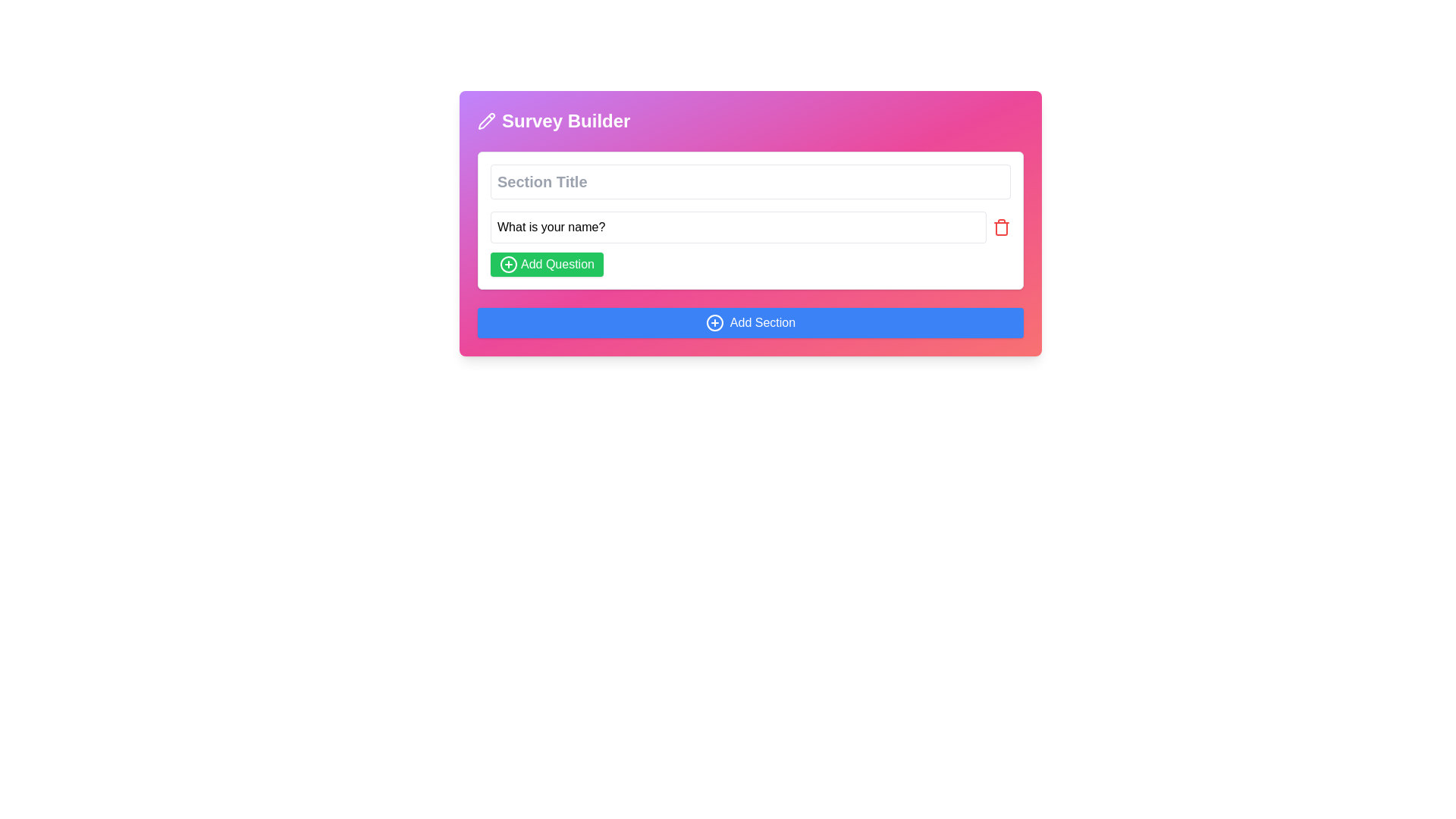  Describe the element at coordinates (750, 322) in the screenshot. I see `the button at the bottom of the 'Survey Builder' section to observe hover effects` at that location.